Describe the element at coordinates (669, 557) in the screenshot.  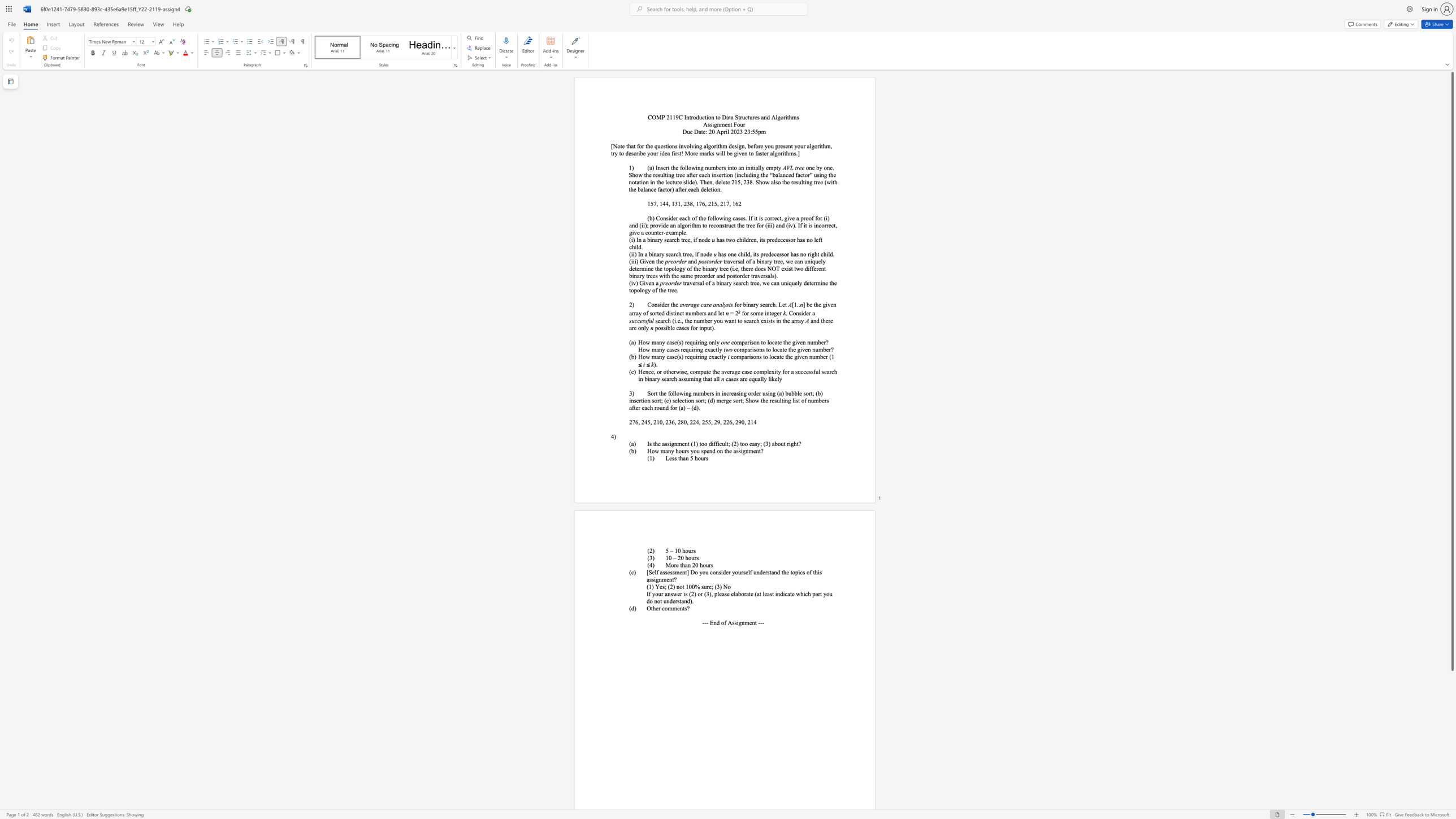
I see `the subset text "0 –" within the text "10 – 20 hours"` at that location.